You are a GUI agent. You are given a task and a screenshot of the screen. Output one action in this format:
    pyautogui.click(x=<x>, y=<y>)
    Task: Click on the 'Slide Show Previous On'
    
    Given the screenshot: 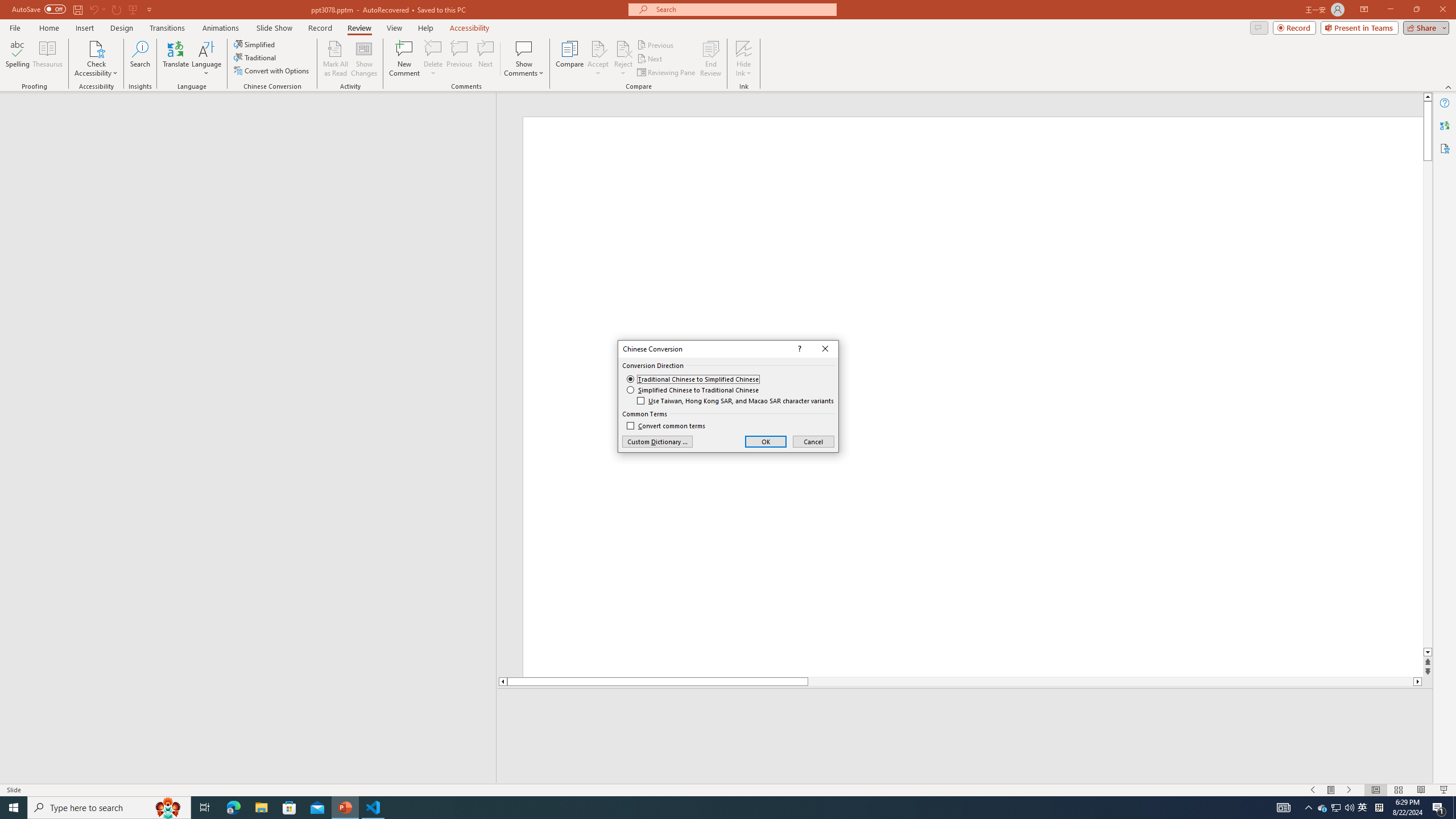 What is the action you would take?
    pyautogui.click(x=1313, y=790)
    